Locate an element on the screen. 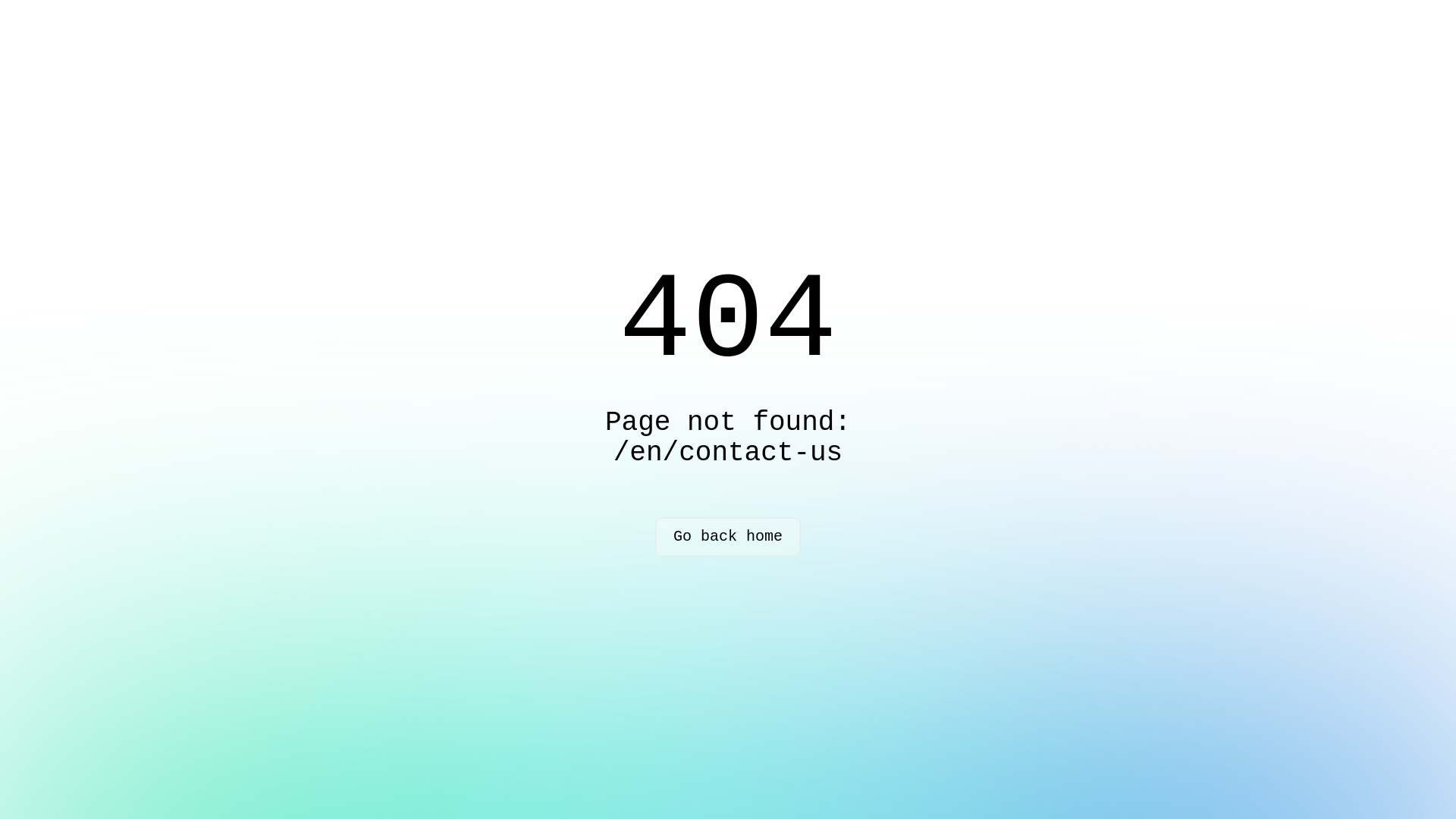 The height and width of the screenshot is (819, 1456). 'Go back home' is located at coordinates (728, 536).